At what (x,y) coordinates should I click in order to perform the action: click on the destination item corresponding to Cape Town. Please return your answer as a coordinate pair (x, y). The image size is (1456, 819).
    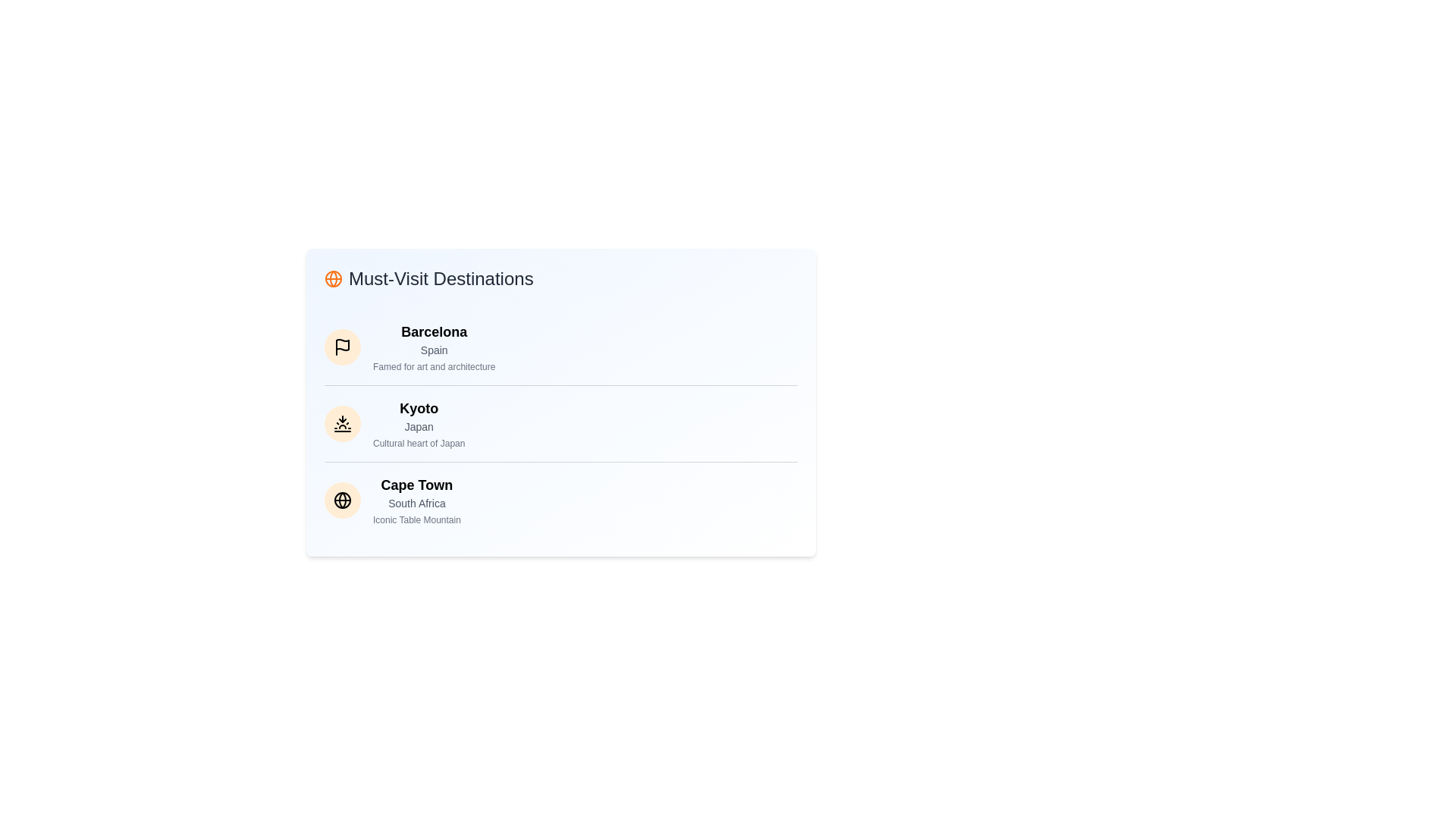
    Looking at the image, I should click on (341, 500).